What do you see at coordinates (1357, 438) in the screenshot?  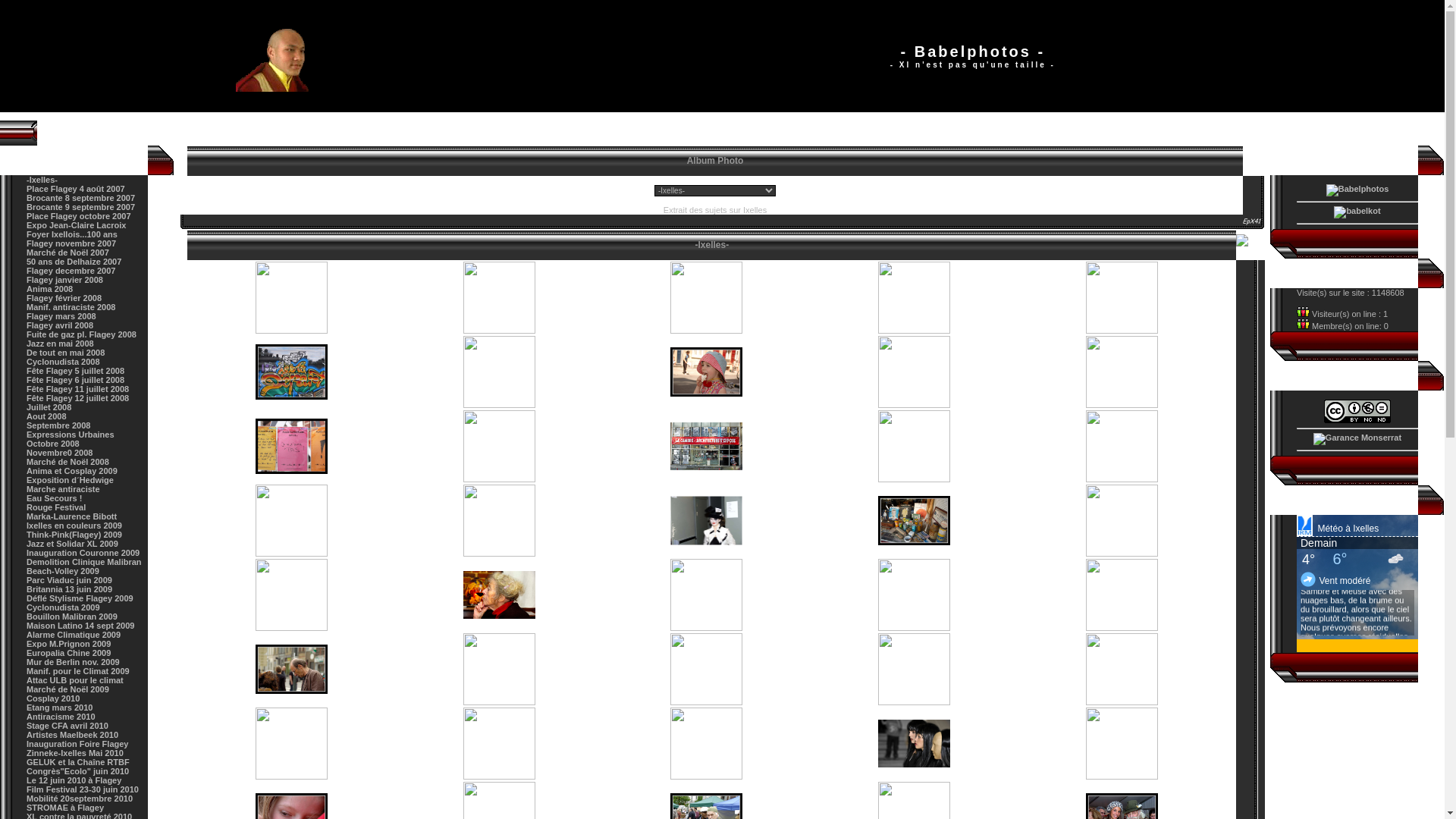 I see `'Garance Monserrat'` at bounding box center [1357, 438].